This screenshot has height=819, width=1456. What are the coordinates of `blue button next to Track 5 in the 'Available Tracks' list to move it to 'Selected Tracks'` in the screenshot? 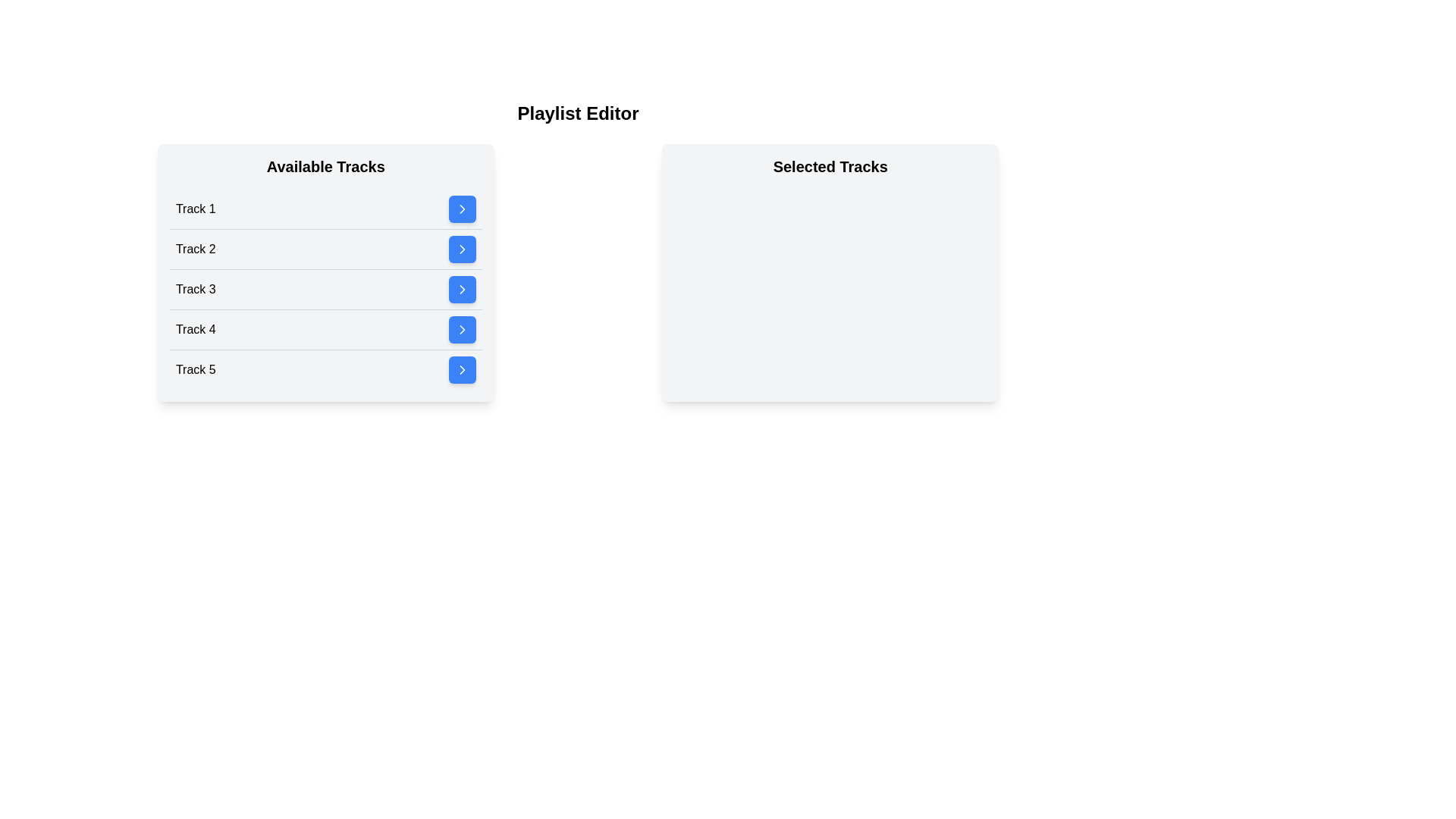 It's located at (461, 370).